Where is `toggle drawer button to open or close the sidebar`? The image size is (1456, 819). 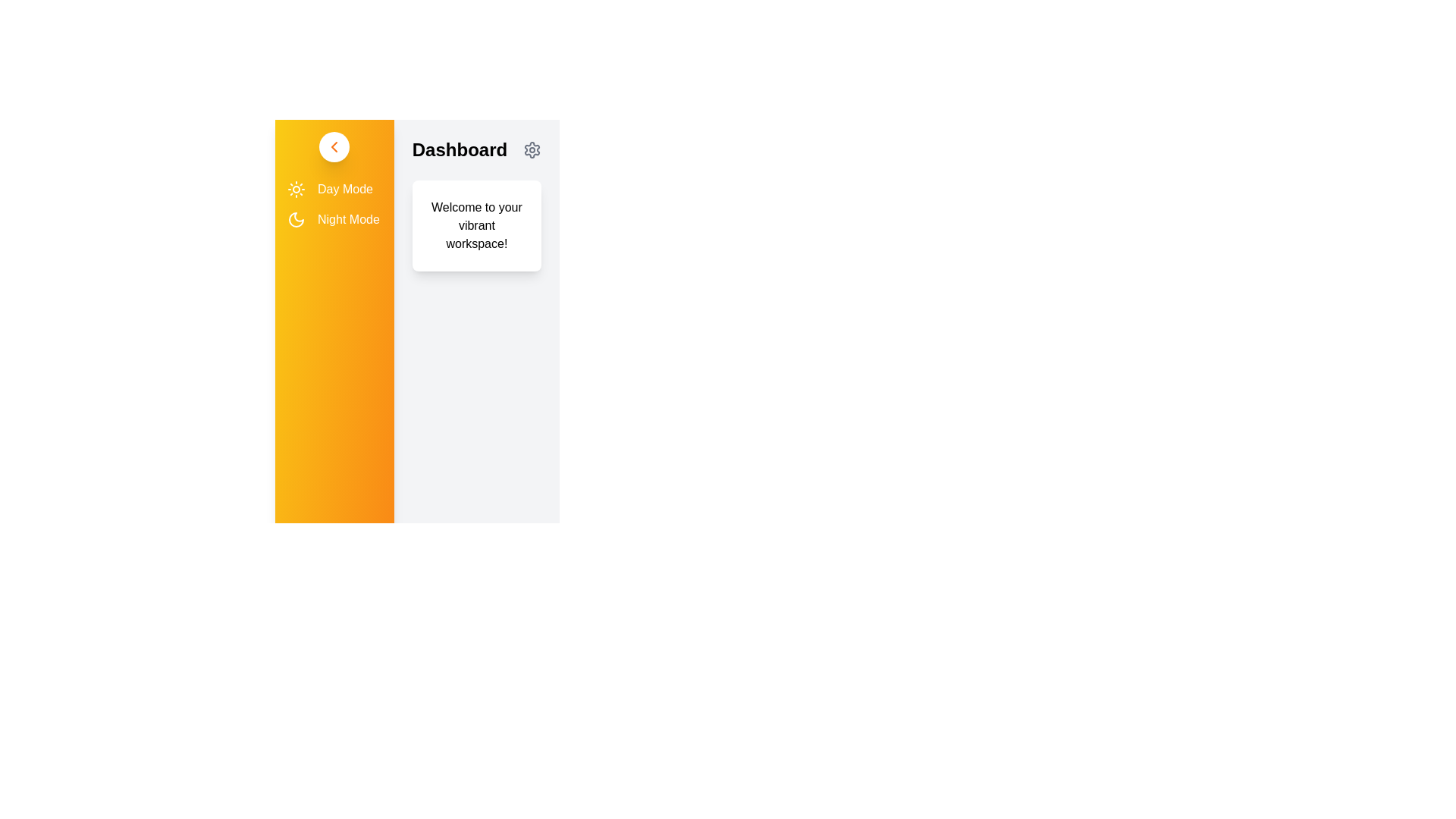 toggle drawer button to open or close the sidebar is located at coordinates (334, 146).